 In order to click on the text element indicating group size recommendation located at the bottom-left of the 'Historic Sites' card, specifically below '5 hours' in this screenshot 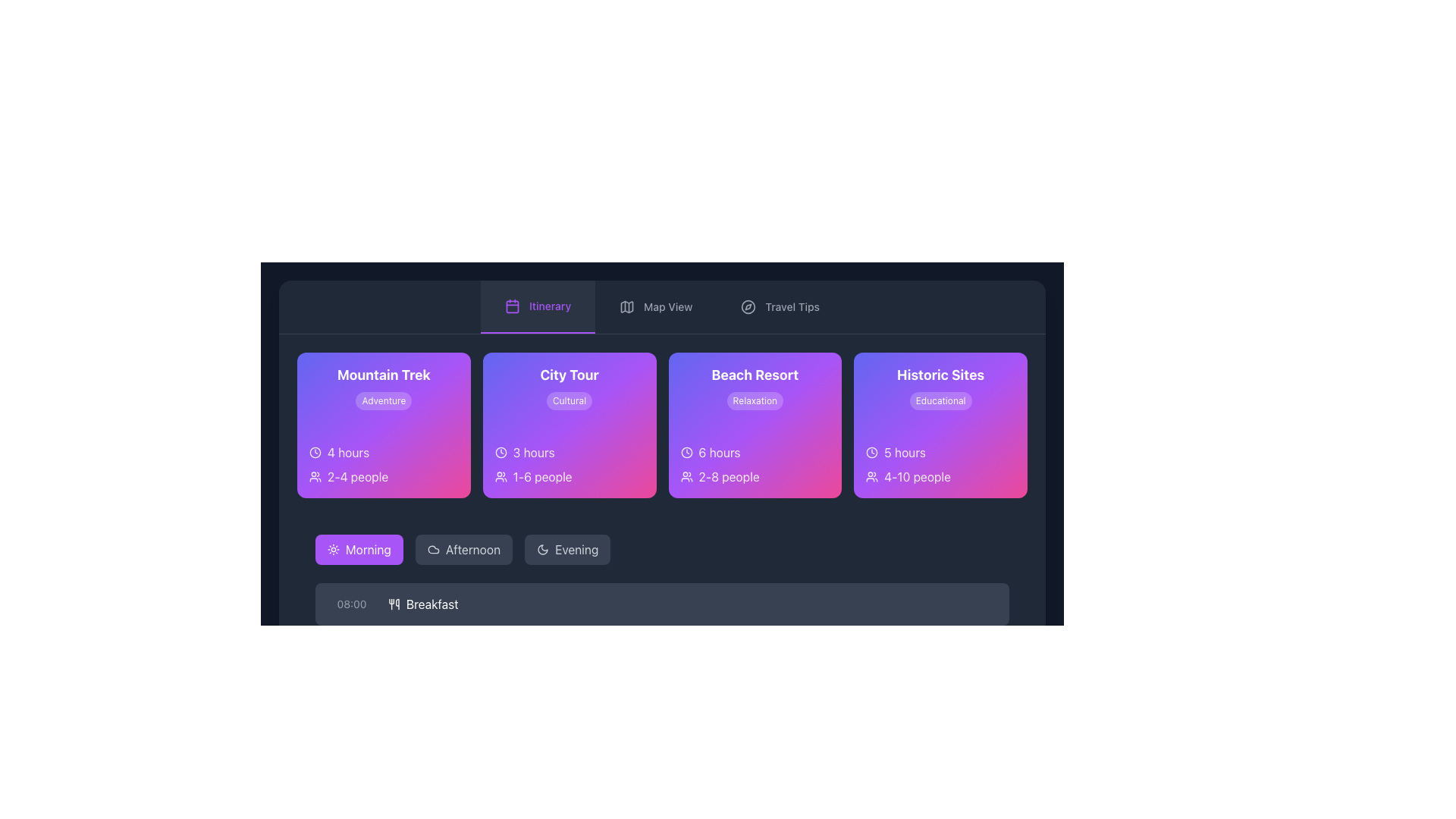, I will do `click(940, 475)`.